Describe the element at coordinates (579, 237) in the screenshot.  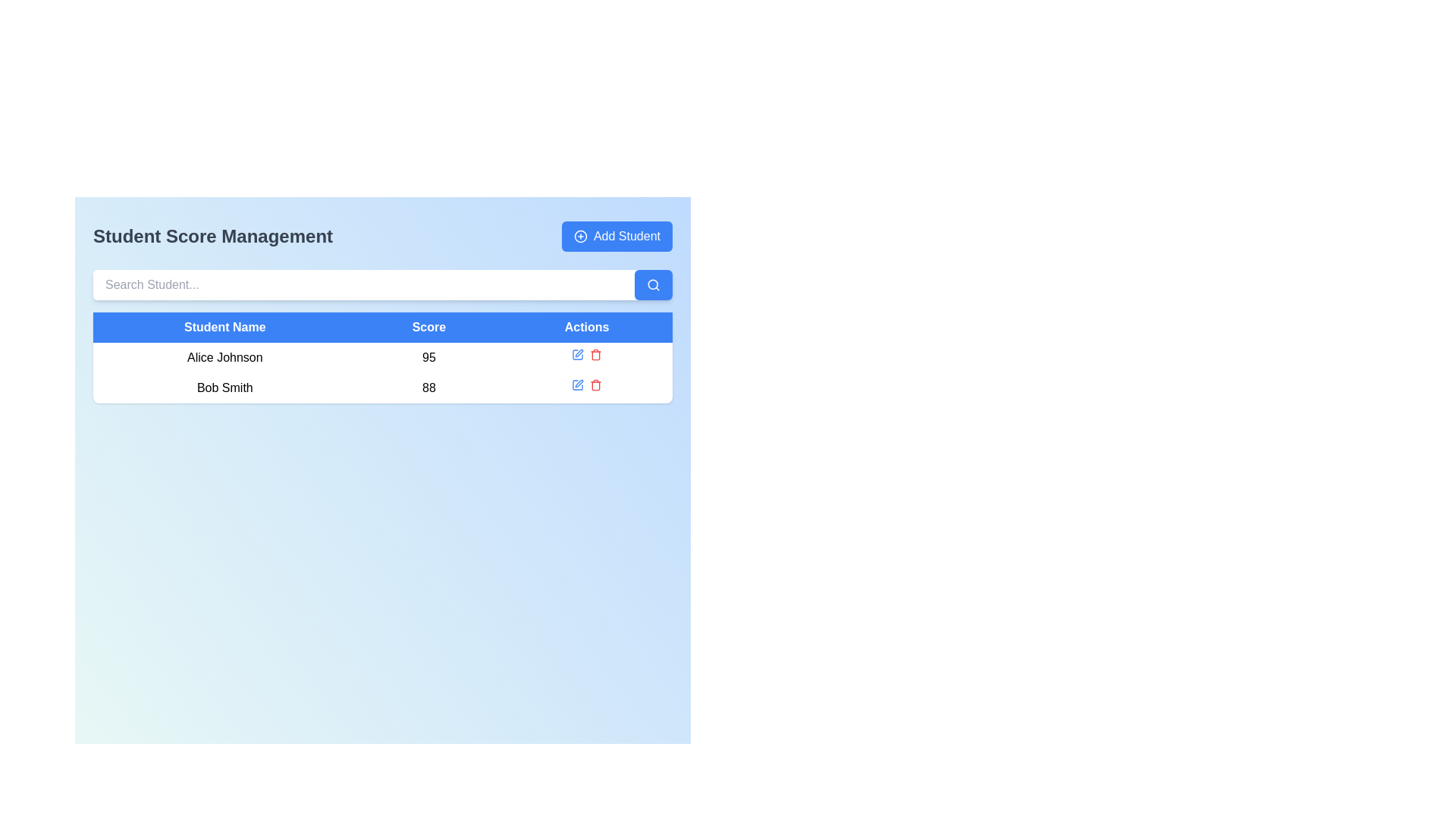
I see `the icon representing the action of adding or creating a new entry, located inside the 'Add Student' button at the top-right section of the interface` at that location.